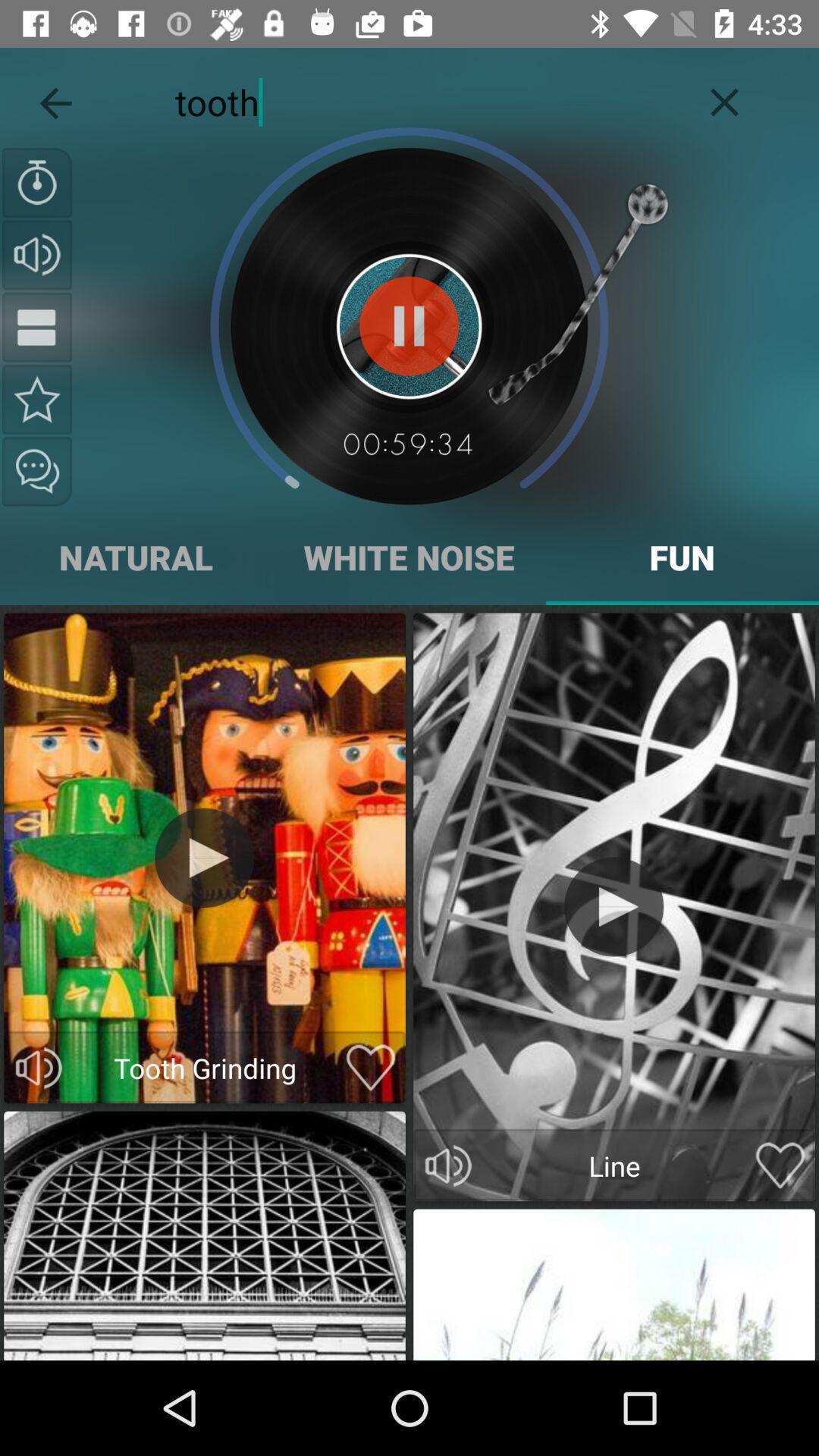  Describe the element at coordinates (38, 1067) in the screenshot. I see `volume control` at that location.